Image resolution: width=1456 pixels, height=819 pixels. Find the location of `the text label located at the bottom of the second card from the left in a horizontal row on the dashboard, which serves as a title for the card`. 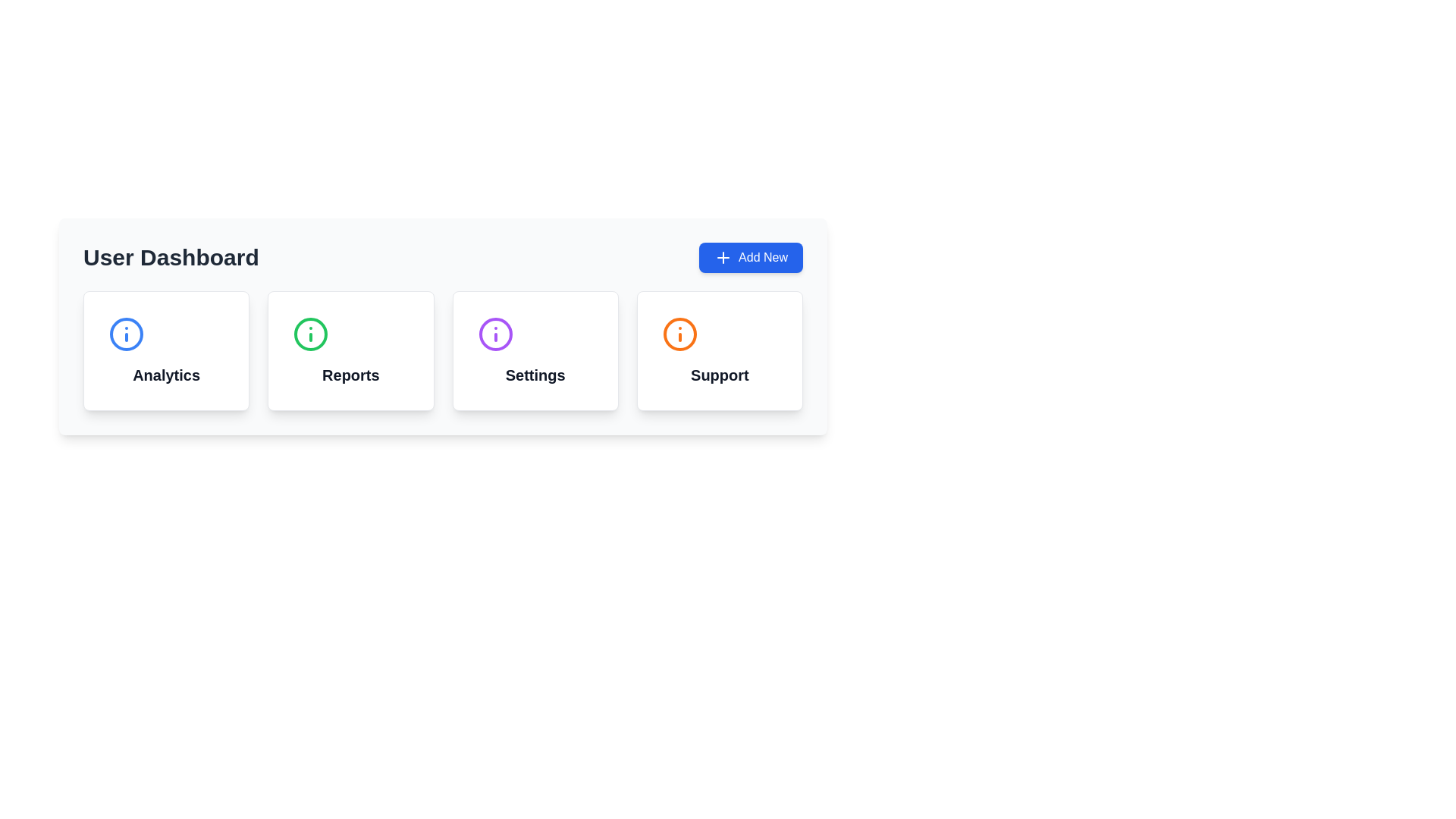

the text label located at the bottom of the second card from the left in a horizontal row on the dashboard, which serves as a title for the card is located at coordinates (350, 375).